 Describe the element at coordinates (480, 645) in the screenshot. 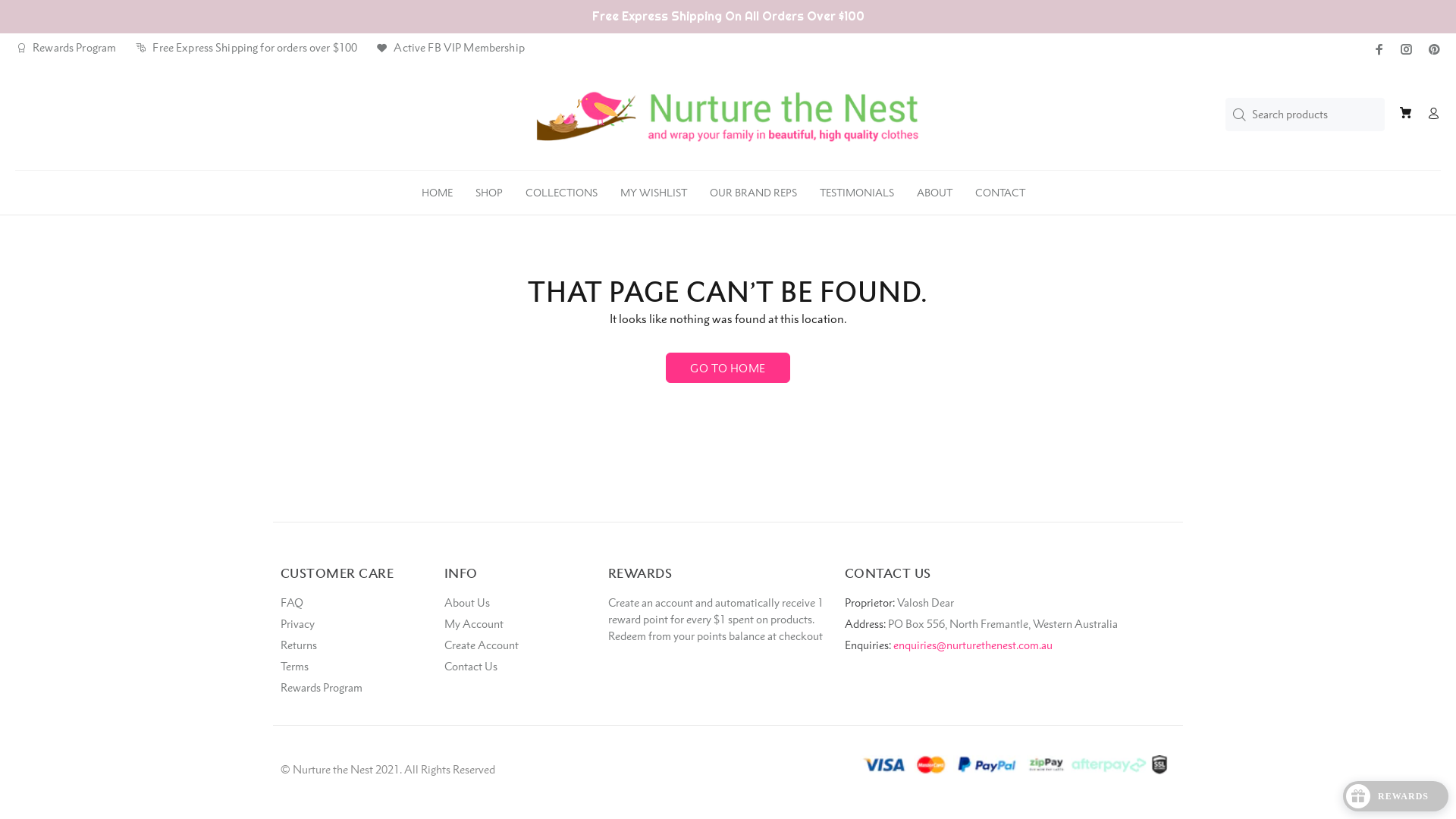

I see `'Create Account'` at that location.